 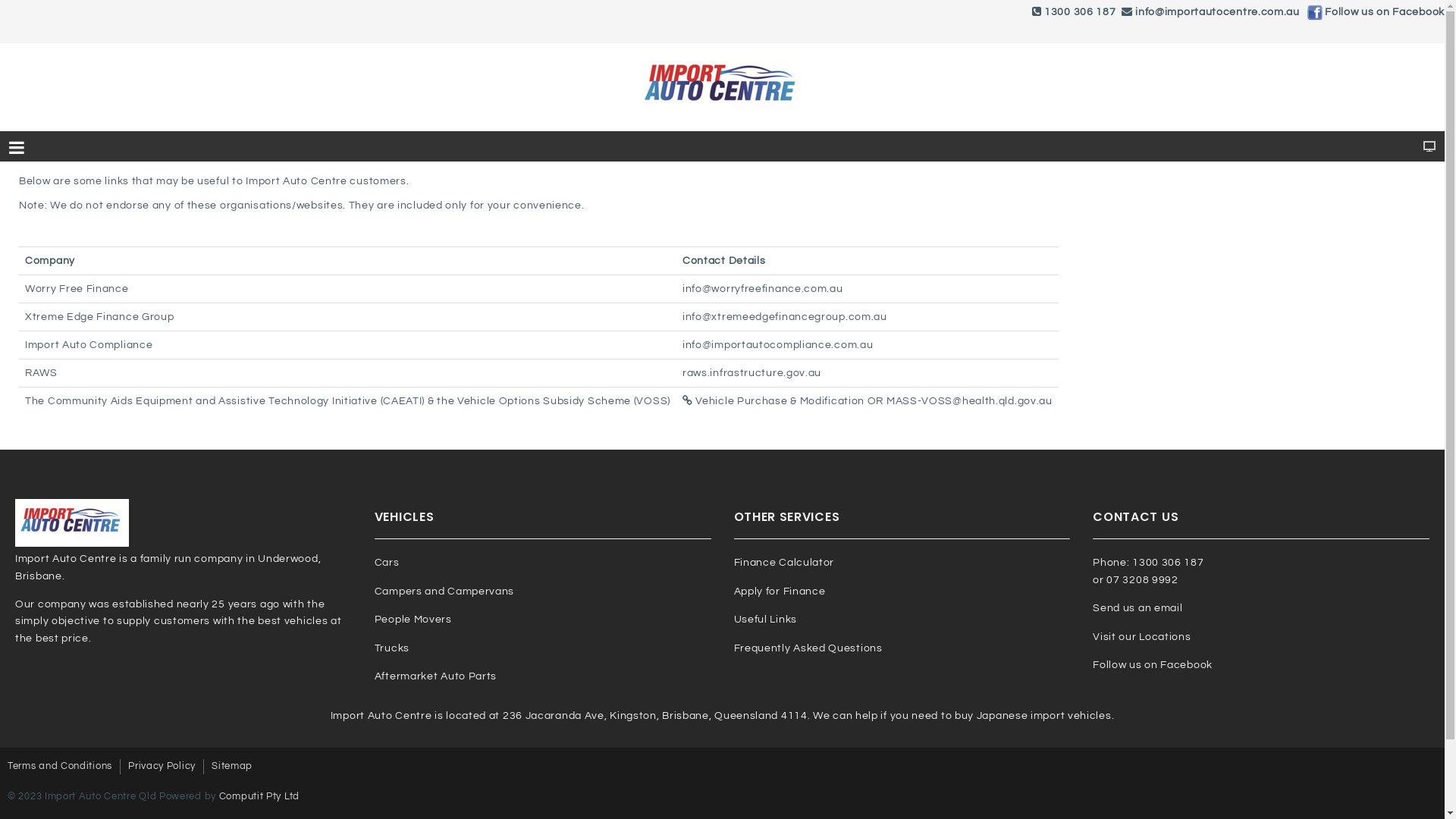 What do you see at coordinates (765, 620) in the screenshot?
I see `'Useful Links'` at bounding box center [765, 620].